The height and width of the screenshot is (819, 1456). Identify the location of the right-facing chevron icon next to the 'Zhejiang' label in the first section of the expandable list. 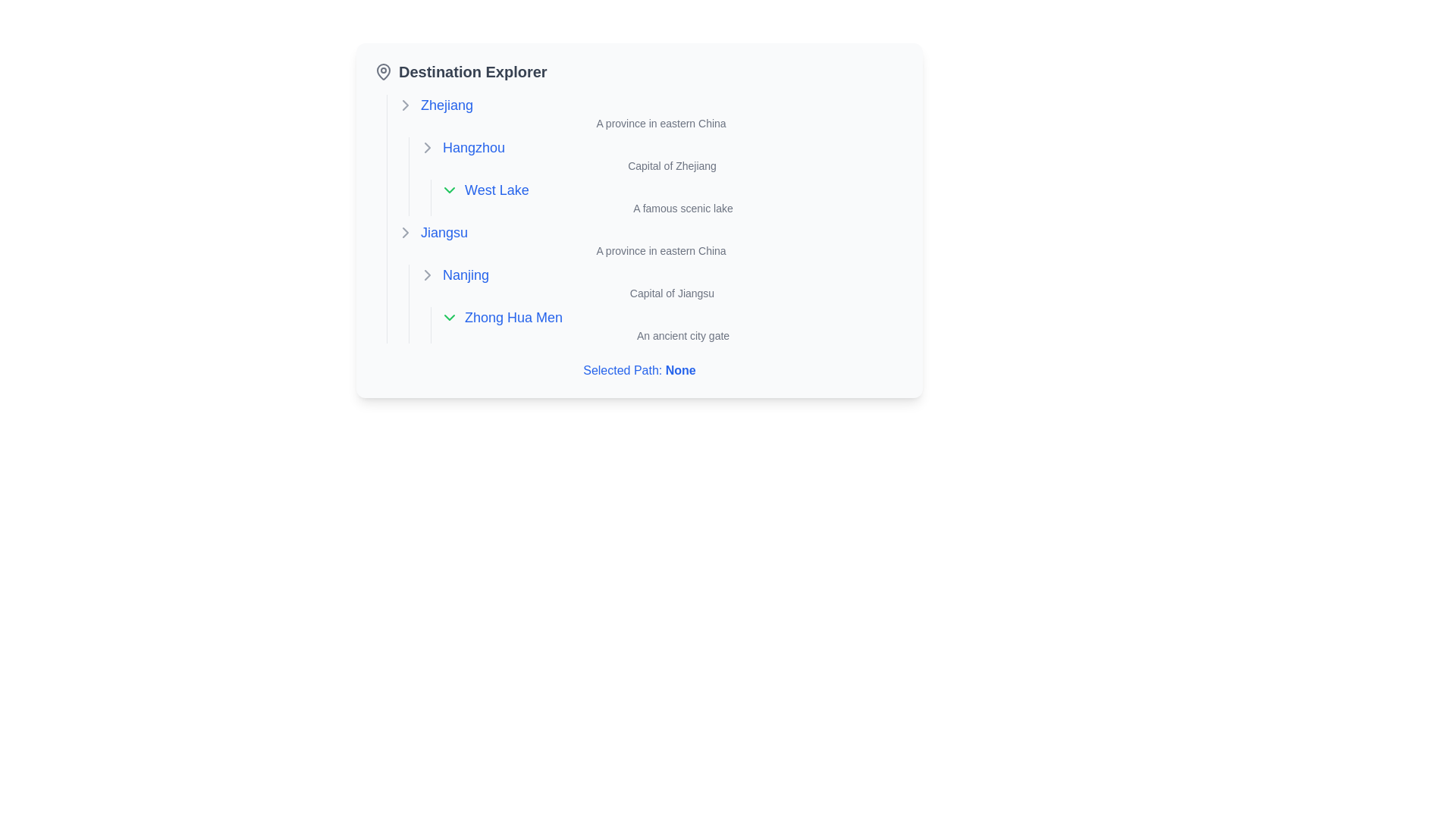
(405, 104).